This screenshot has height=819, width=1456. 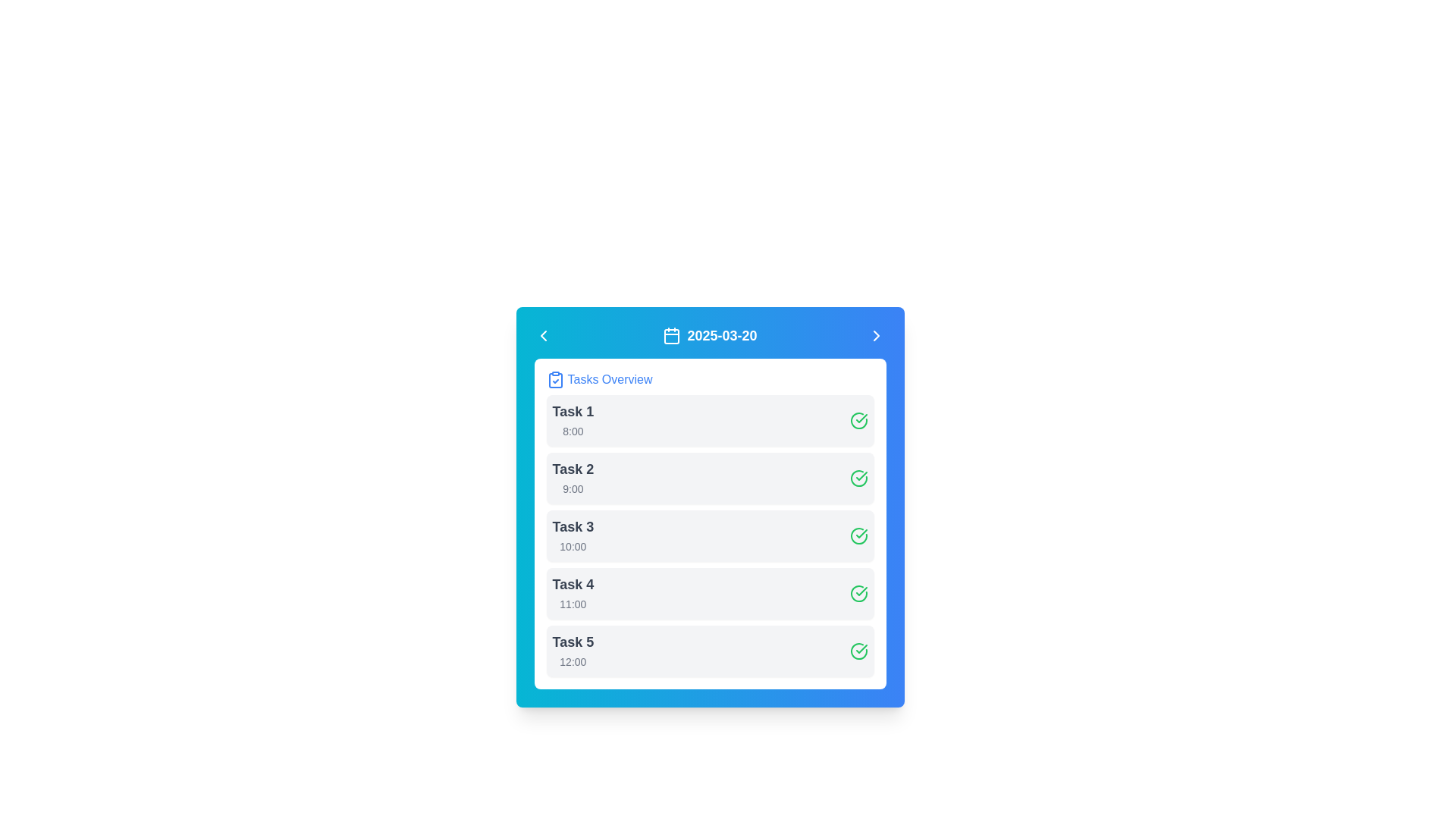 I want to click on the rightward-pointing chevron icon located on the far right side of the blue header bar, adjacent to the date '2025-03-20', so click(x=877, y=335).